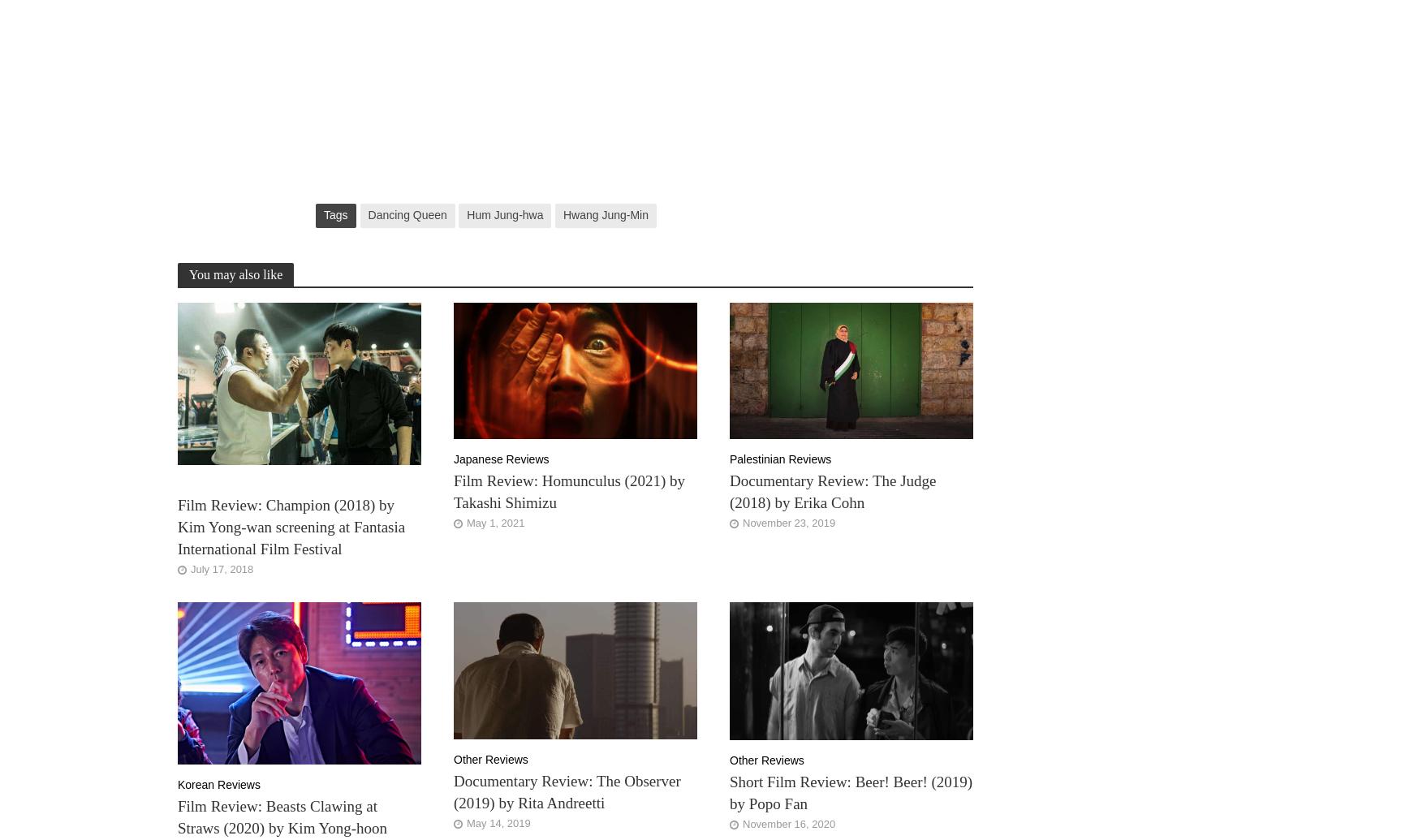  Describe the element at coordinates (604, 214) in the screenshot. I see `'Hwang Jung-Min'` at that location.